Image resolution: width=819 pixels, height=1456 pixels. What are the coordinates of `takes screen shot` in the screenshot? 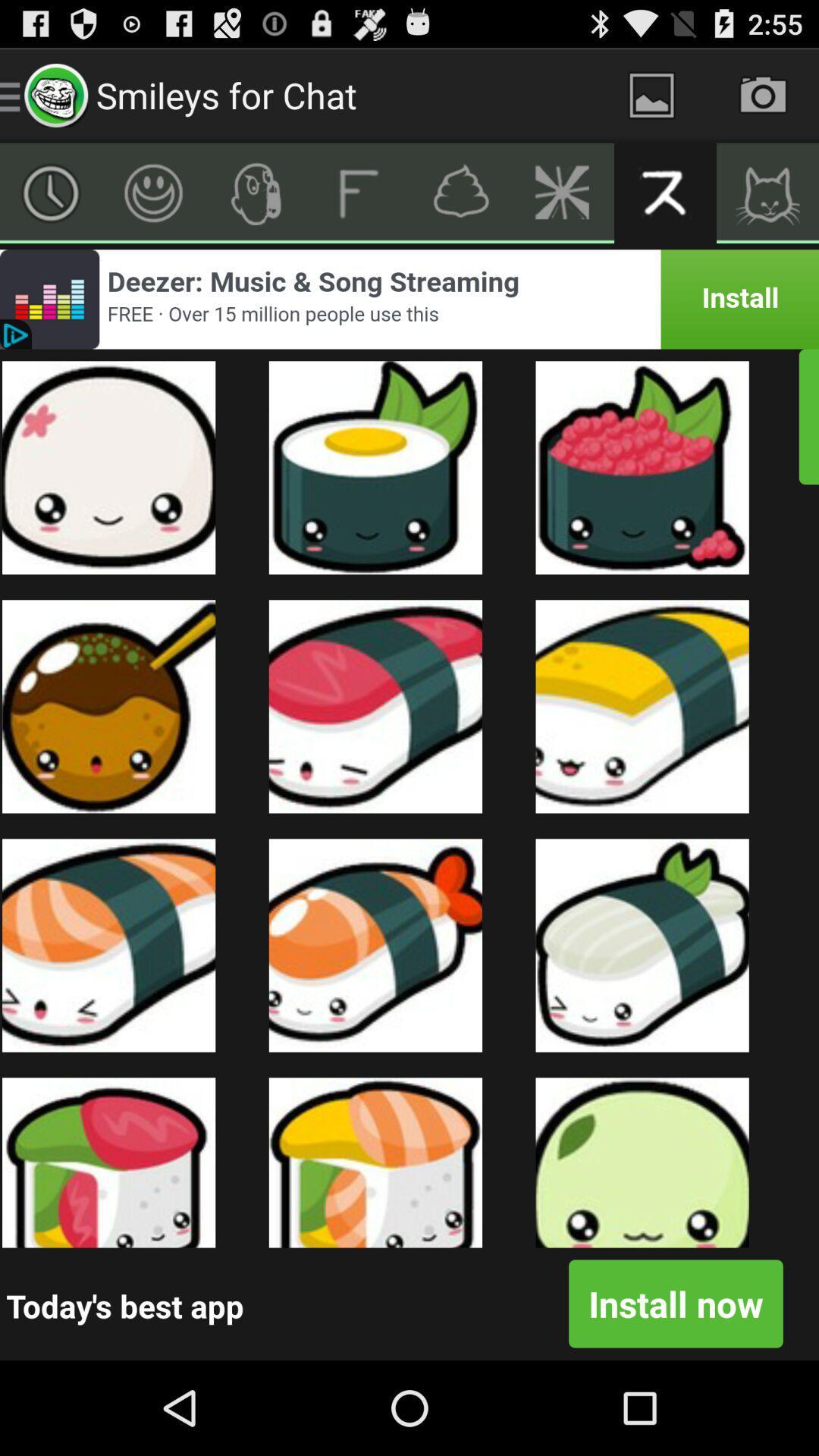 It's located at (763, 94).